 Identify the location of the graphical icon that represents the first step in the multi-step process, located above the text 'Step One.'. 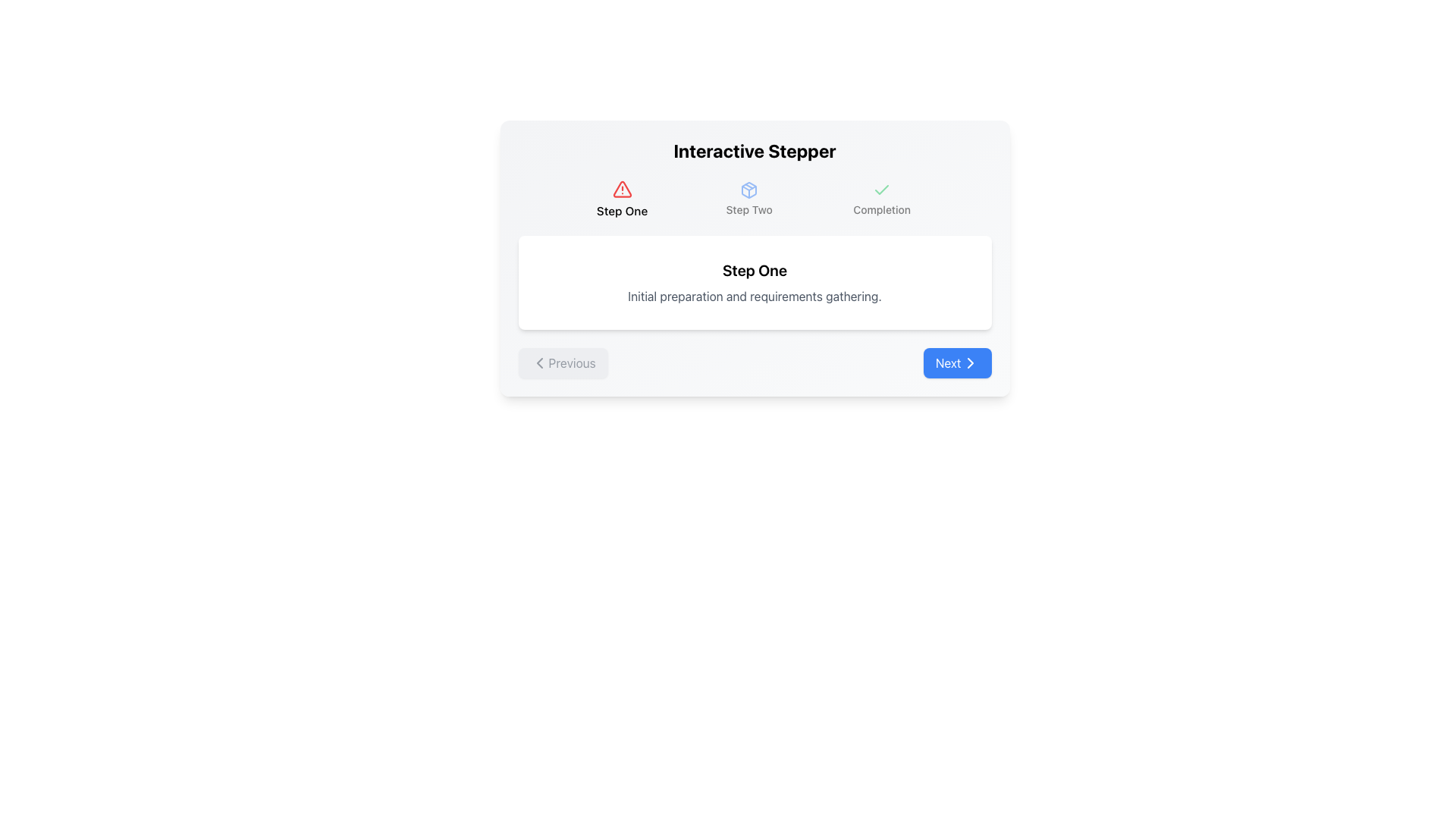
(622, 188).